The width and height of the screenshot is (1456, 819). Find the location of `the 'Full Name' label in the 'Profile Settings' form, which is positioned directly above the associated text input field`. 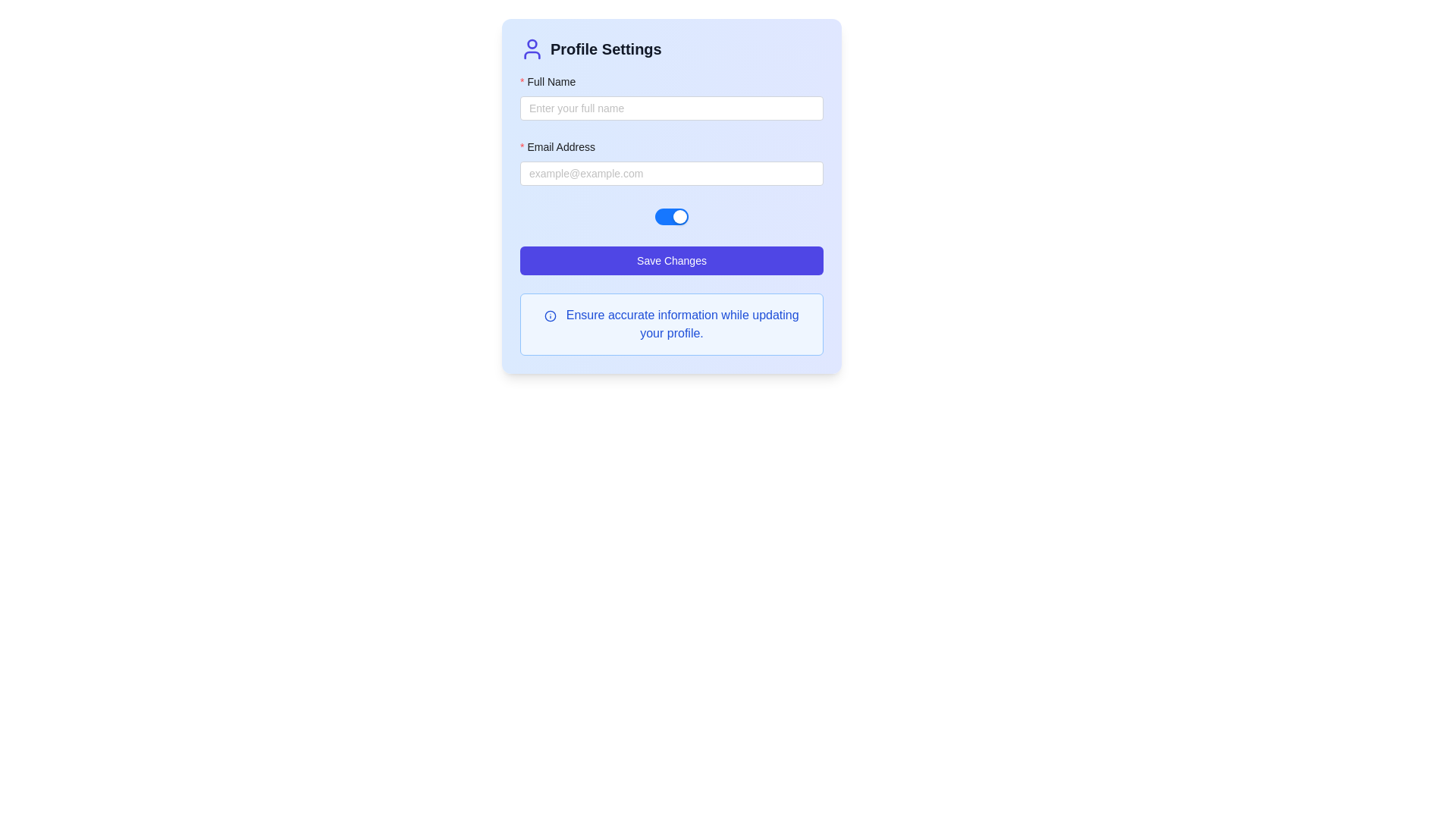

the 'Full Name' label in the 'Profile Settings' form, which is positioned directly above the associated text input field is located at coordinates (552, 82).